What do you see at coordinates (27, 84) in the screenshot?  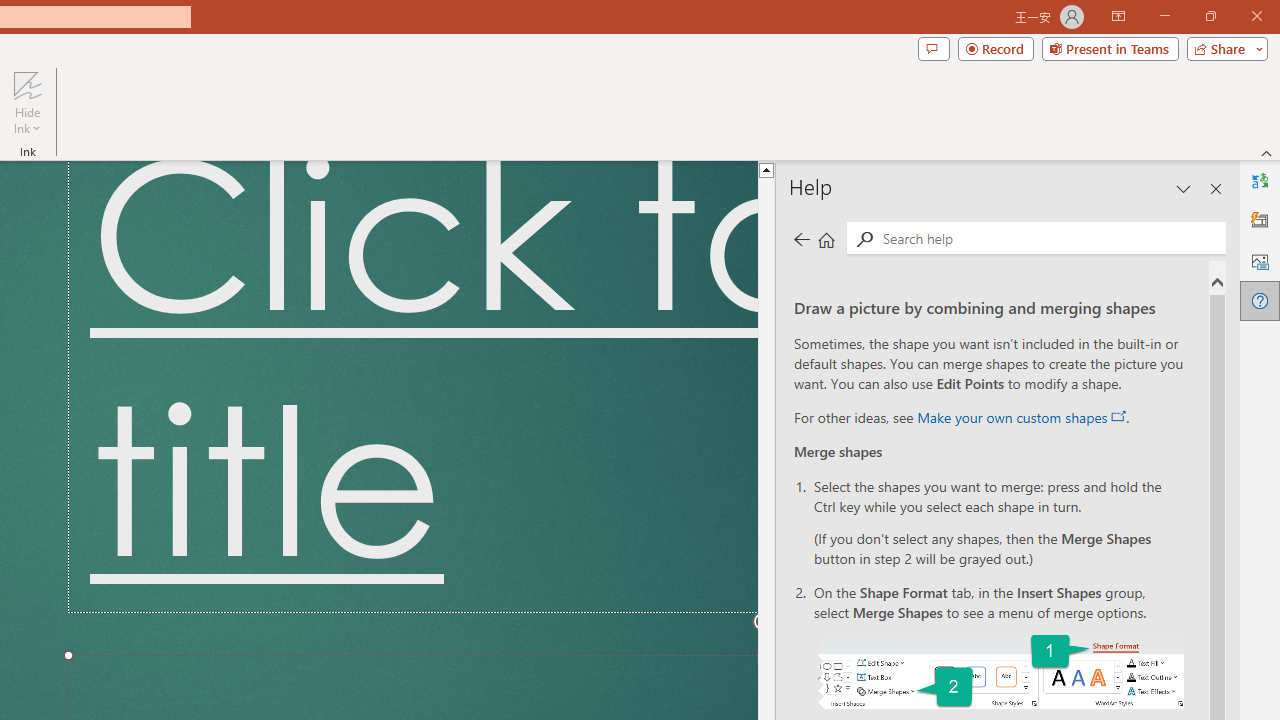 I see `'Hide Ink'` at bounding box center [27, 84].